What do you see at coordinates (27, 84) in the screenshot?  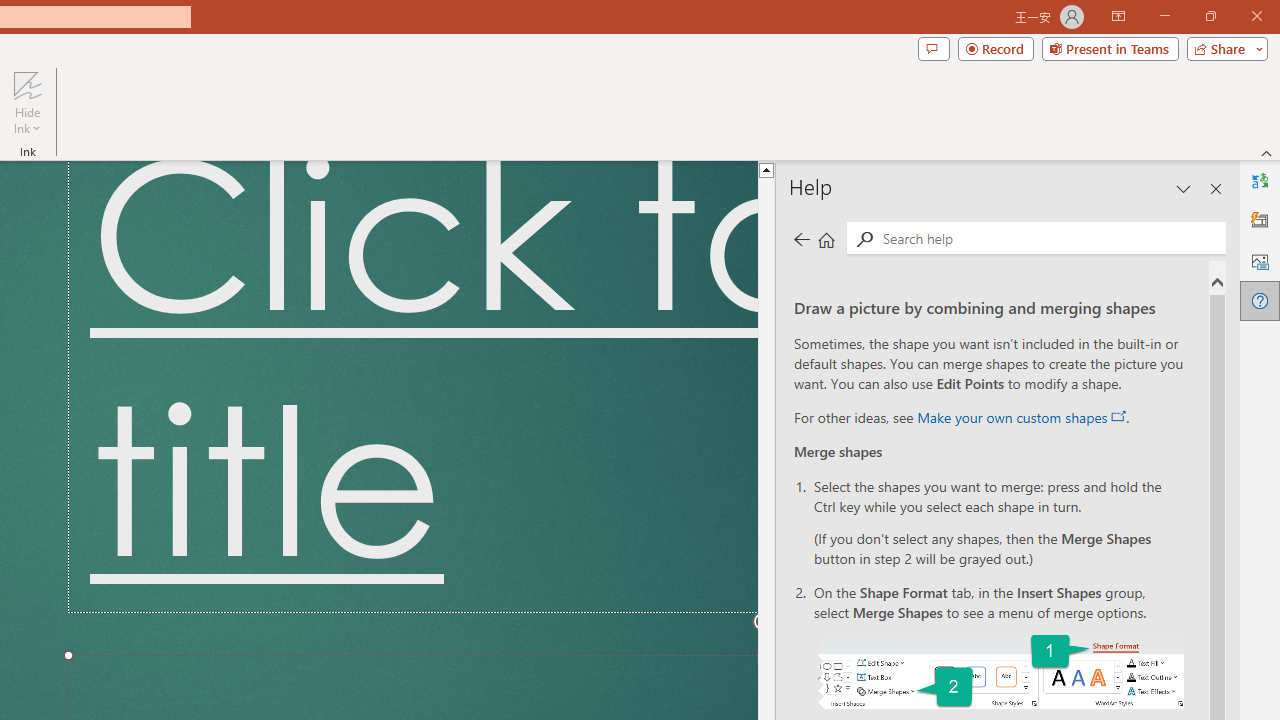 I see `'Hide Ink'` at bounding box center [27, 84].